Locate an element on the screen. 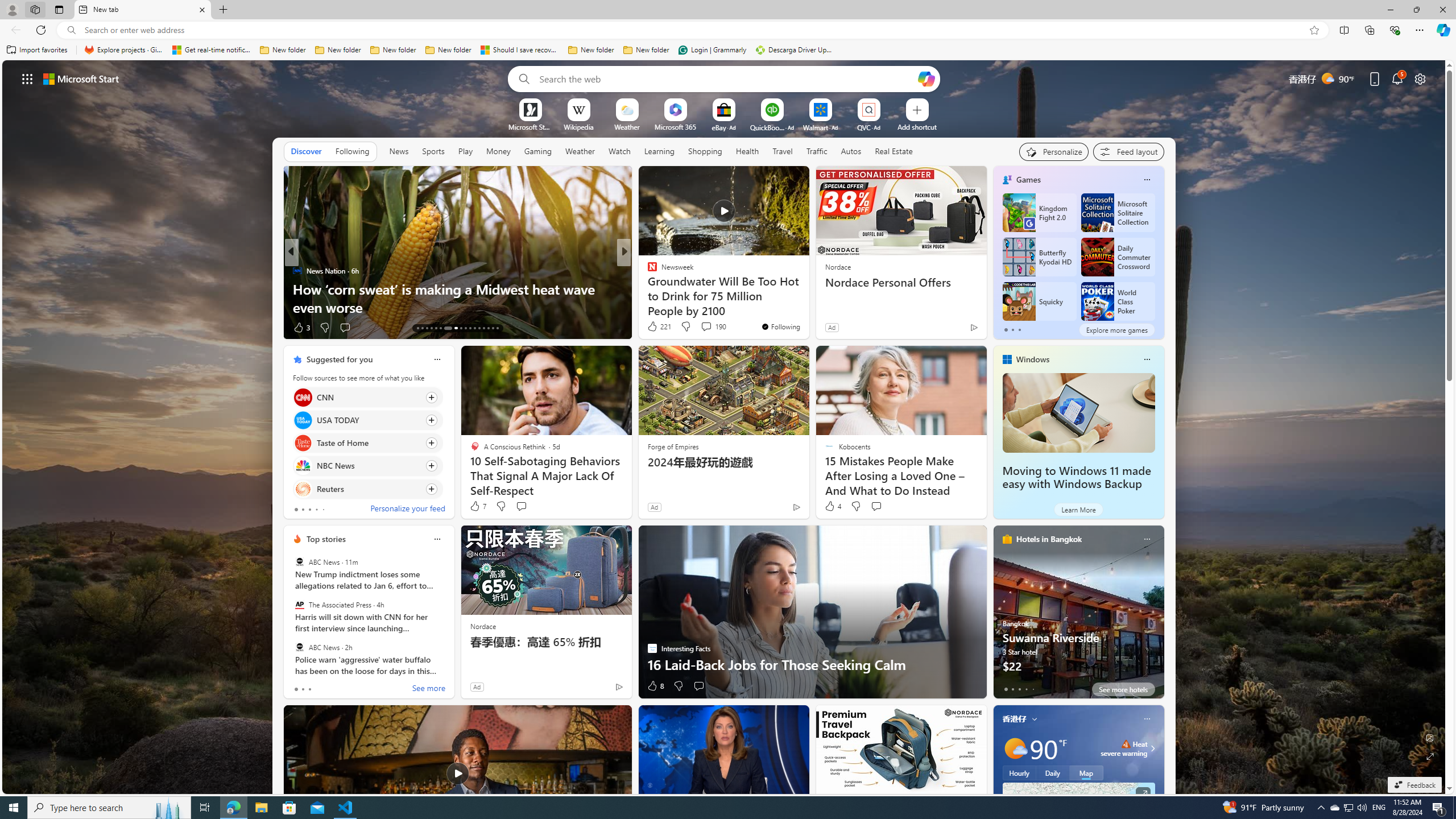  '218 Like' is located at coordinates (655, 327).